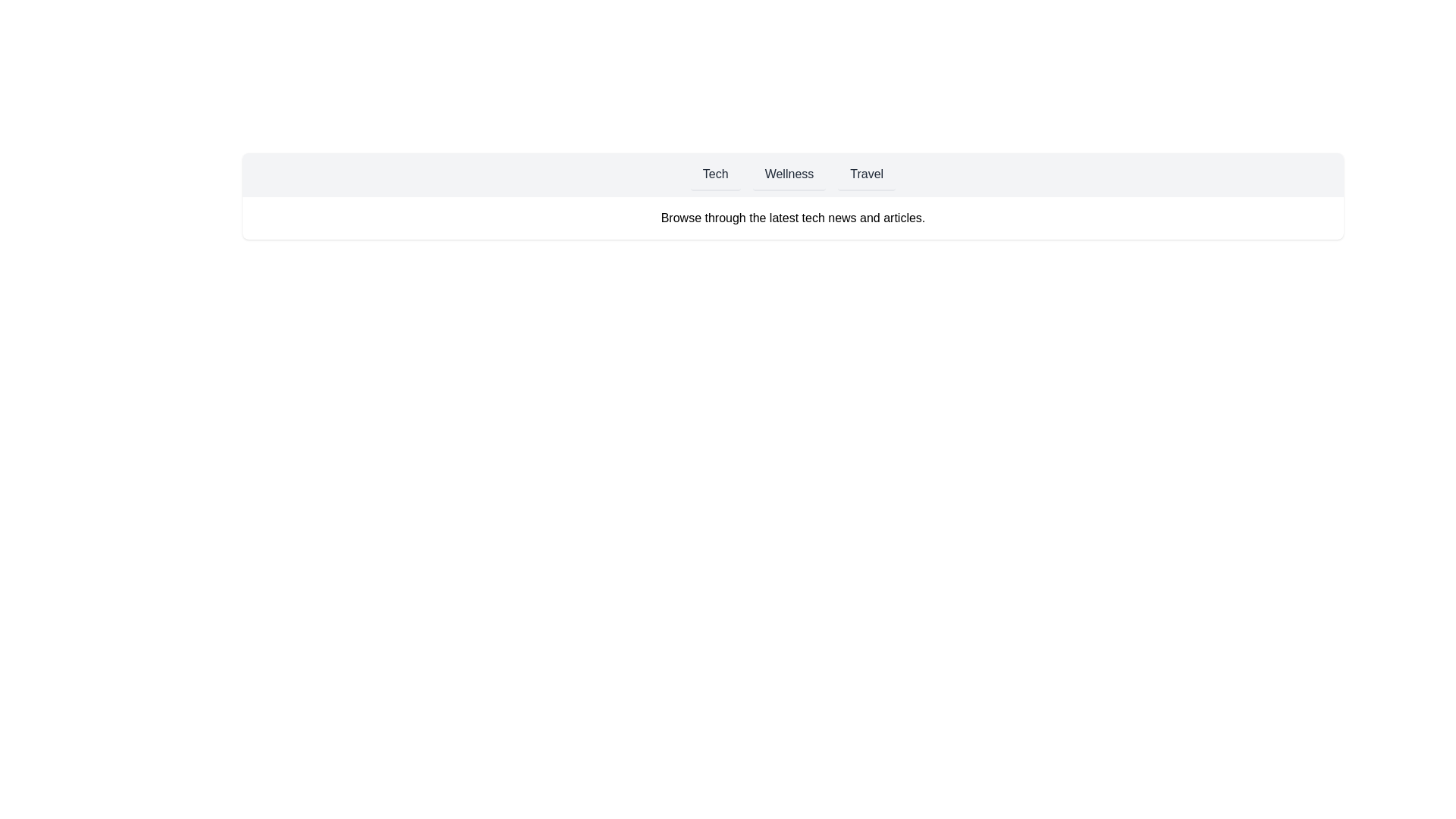 The height and width of the screenshot is (819, 1456). I want to click on the Travel tab to view its content, so click(867, 174).